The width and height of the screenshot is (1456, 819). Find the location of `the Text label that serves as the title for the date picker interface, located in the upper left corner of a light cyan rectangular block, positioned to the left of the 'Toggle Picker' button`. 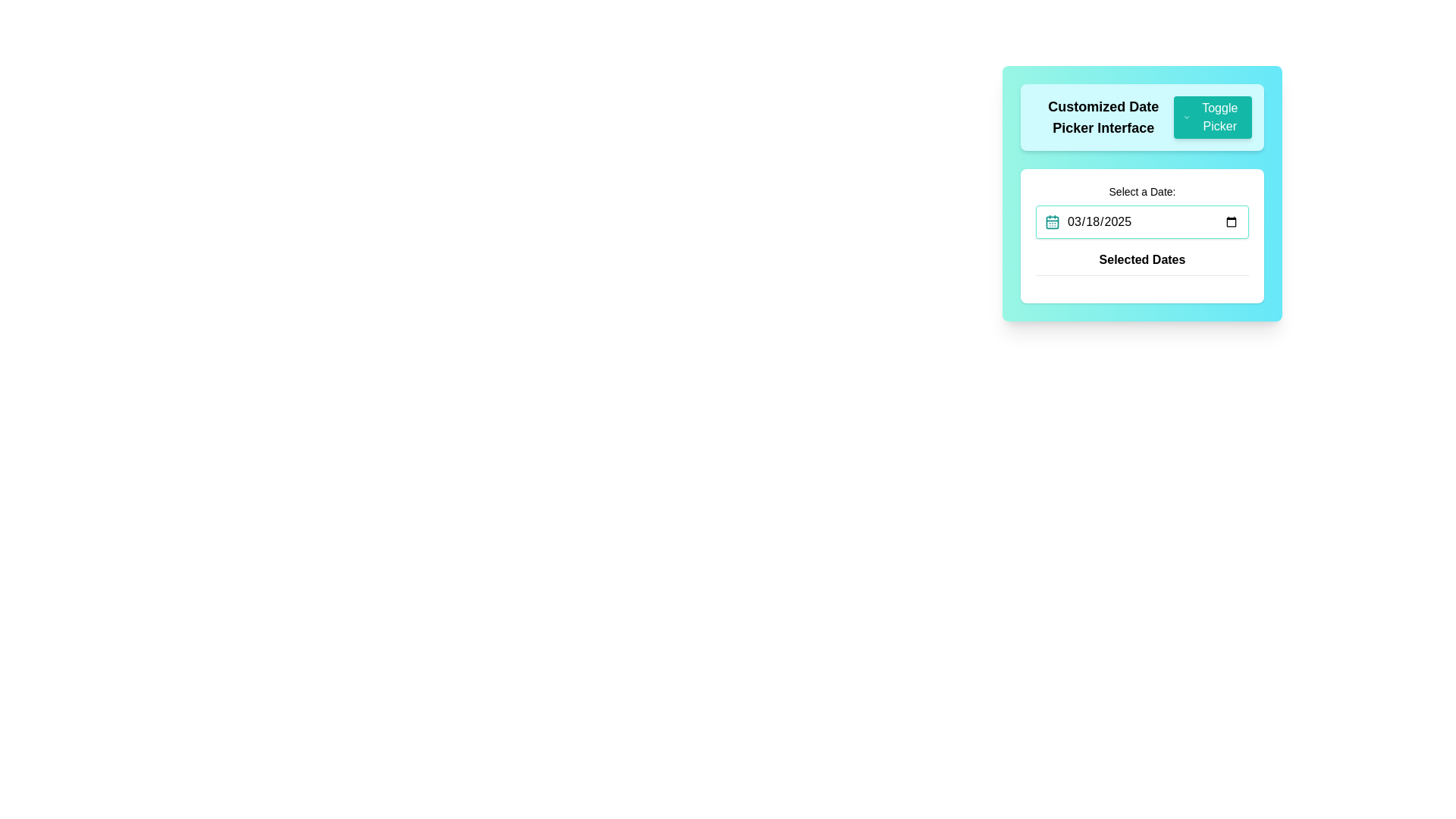

the Text label that serves as the title for the date picker interface, located in the upper left corner of a light cyan rectangular block, positioned to the left of the 'Toggle Picker' button is located at coordinates (1103, 116).